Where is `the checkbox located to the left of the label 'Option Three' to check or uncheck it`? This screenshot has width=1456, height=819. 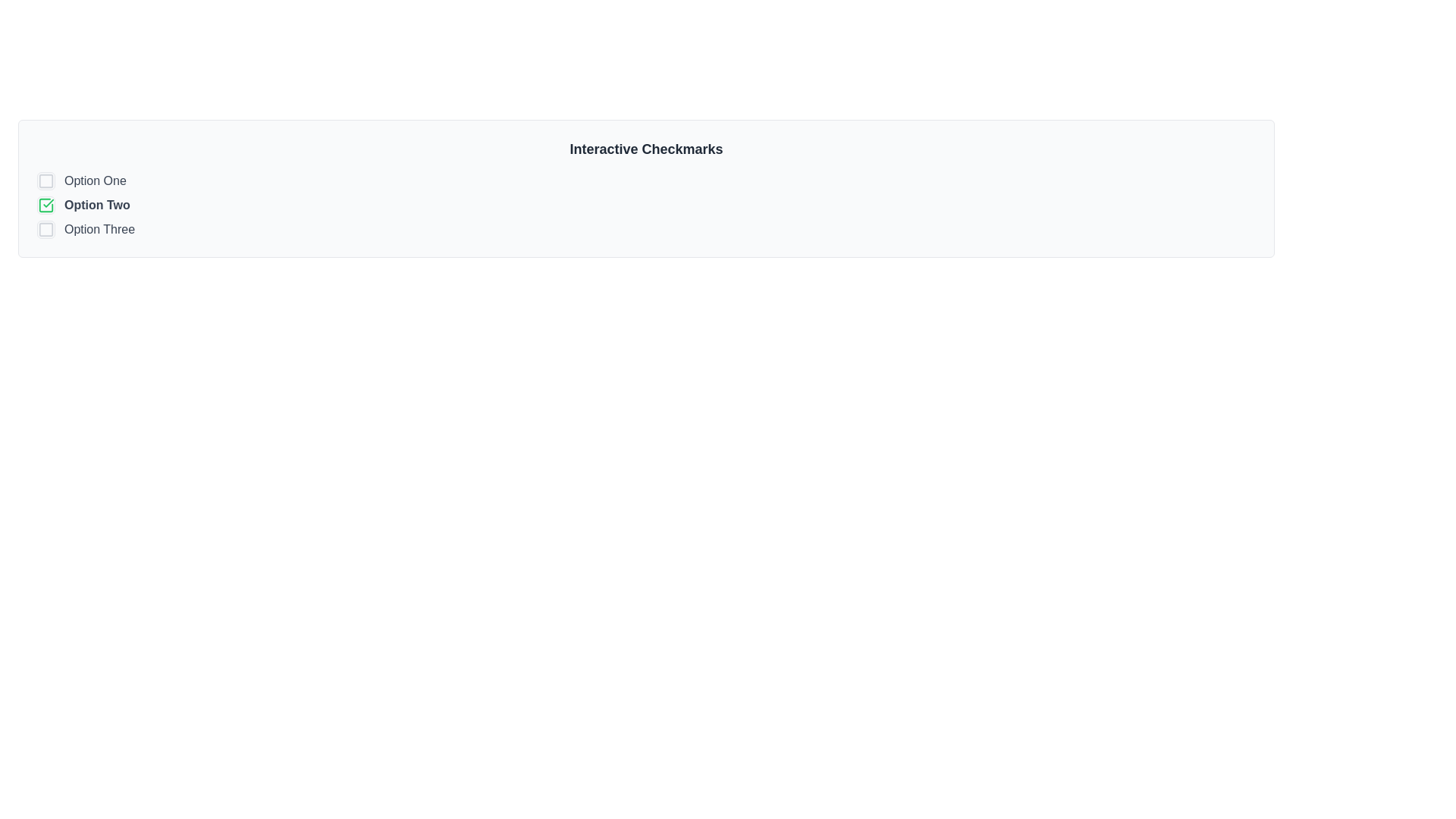 the checkbox located to the left of the label 'Option Three' to check or uncheck it is located at coordinates (46, 230).